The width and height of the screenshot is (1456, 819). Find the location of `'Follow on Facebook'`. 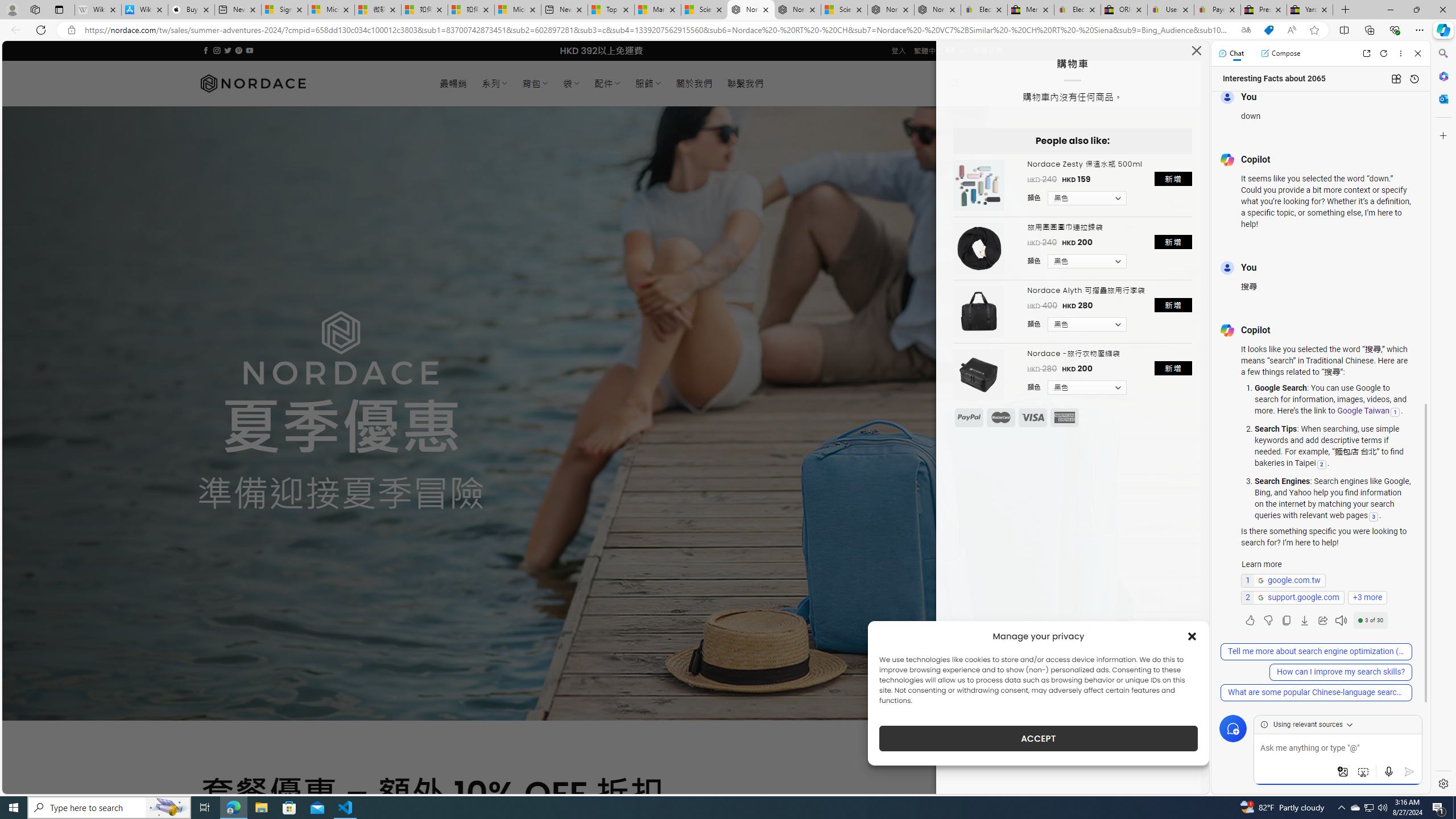

'Follow on Facebook' is located at coordinates (206, 50).